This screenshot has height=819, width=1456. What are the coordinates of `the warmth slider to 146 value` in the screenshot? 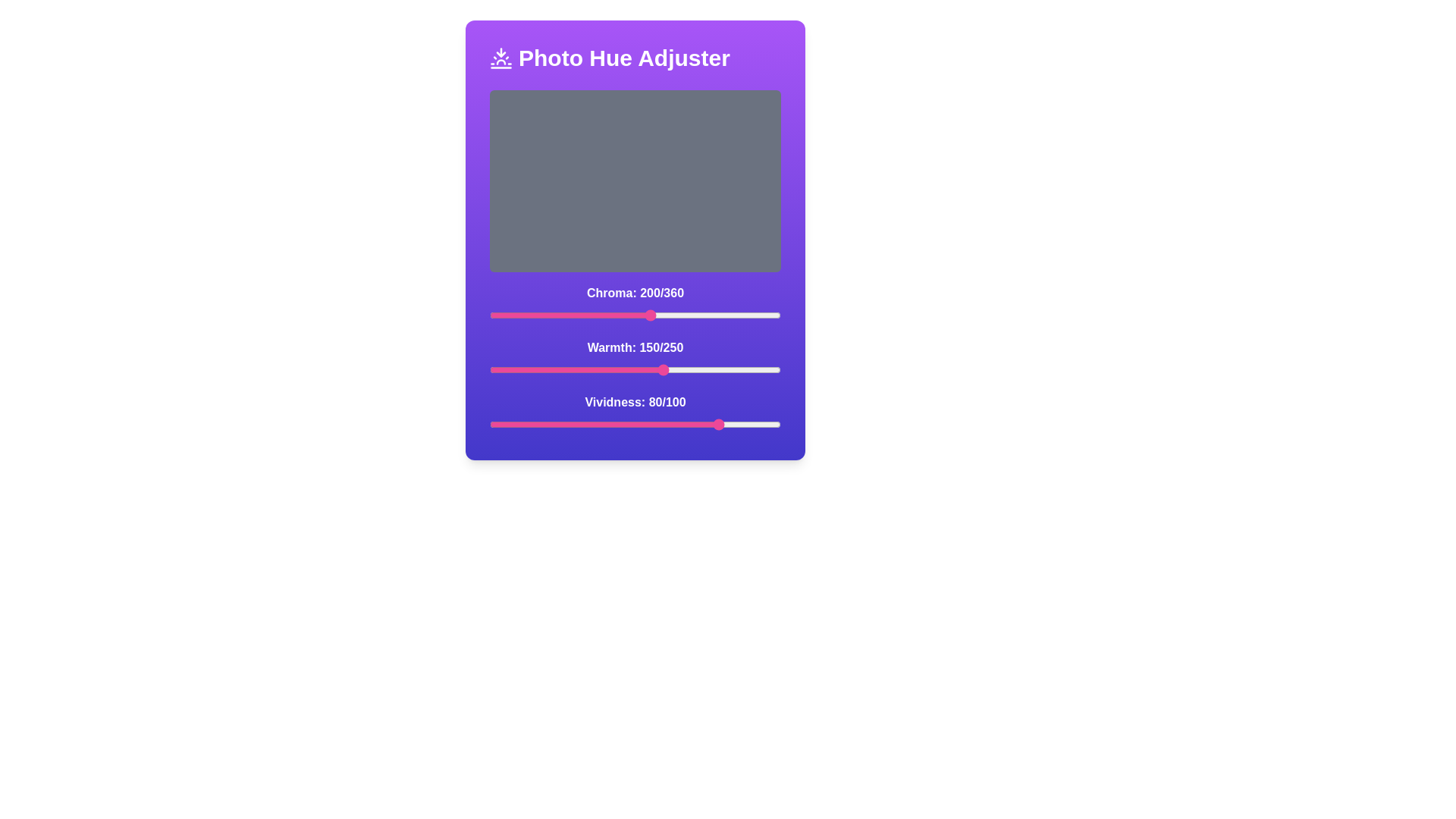 It's located at (660, 370).